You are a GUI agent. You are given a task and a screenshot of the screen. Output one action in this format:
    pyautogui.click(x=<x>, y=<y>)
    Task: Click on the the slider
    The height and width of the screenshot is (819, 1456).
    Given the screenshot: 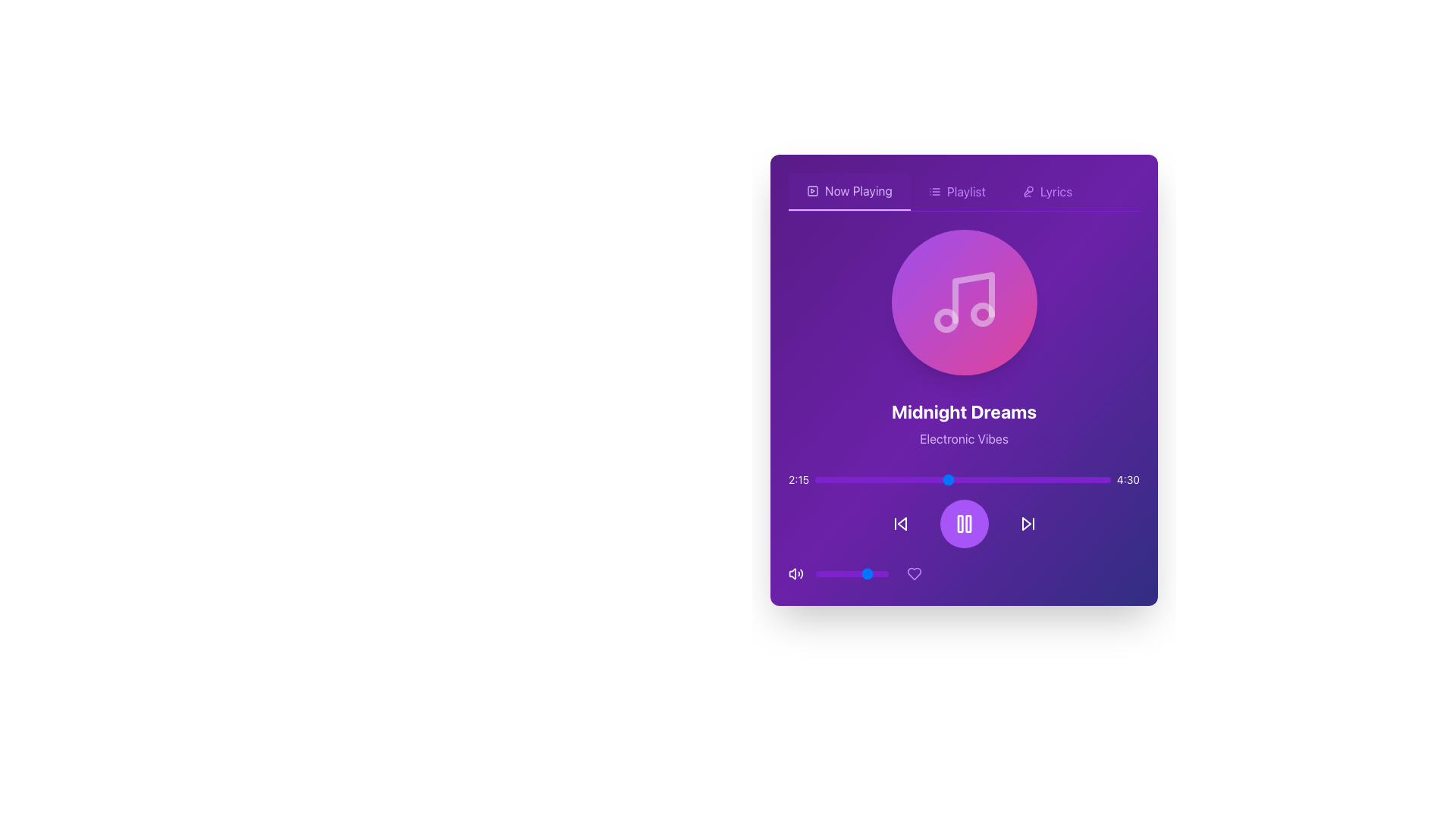 What is the action you would take?
    pyautogui.click(x=1072, y=479)
    